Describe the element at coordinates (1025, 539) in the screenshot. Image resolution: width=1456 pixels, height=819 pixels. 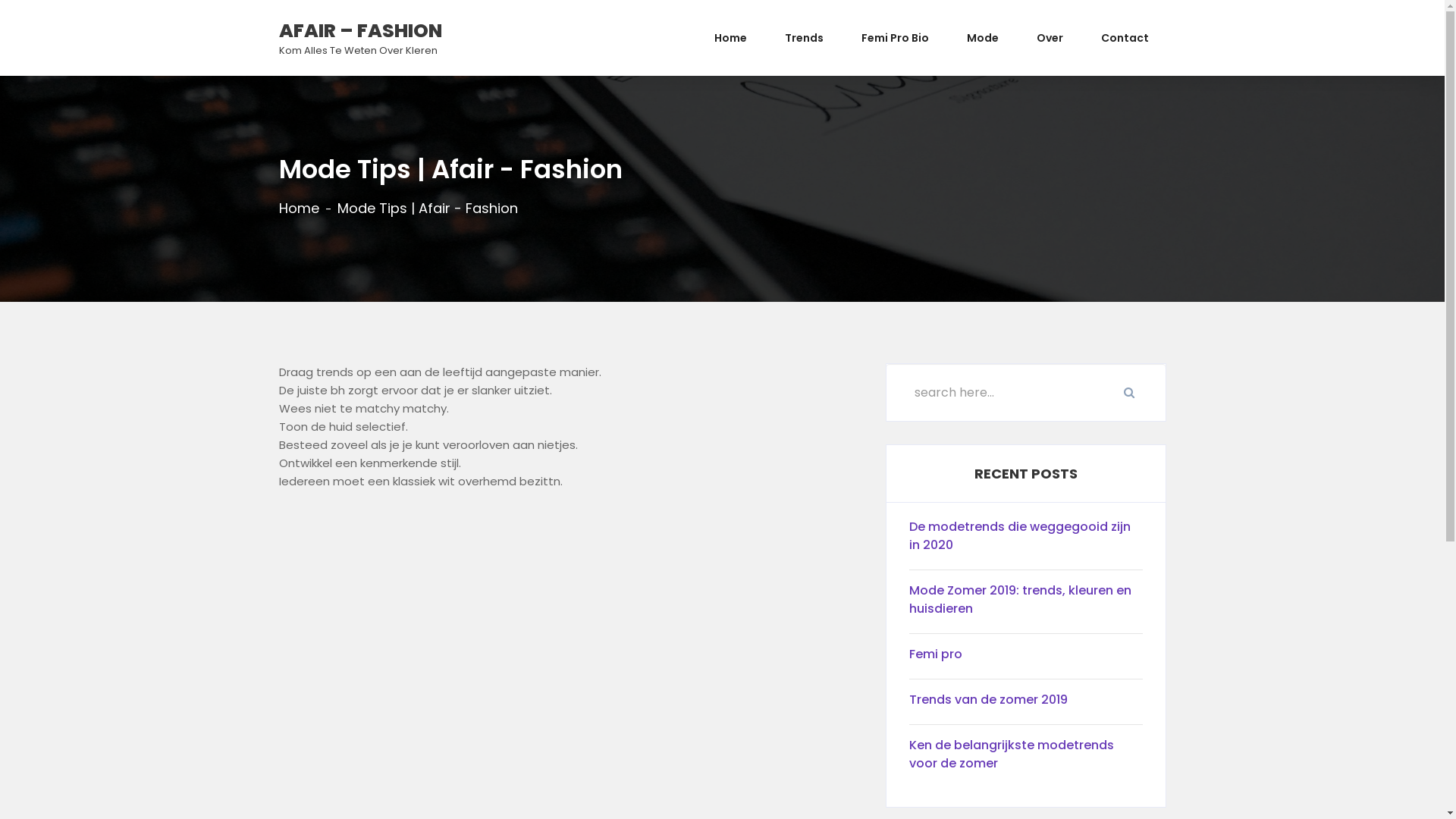
I see `'De modetrends die weggegooid zijn in 2020'` at that location.